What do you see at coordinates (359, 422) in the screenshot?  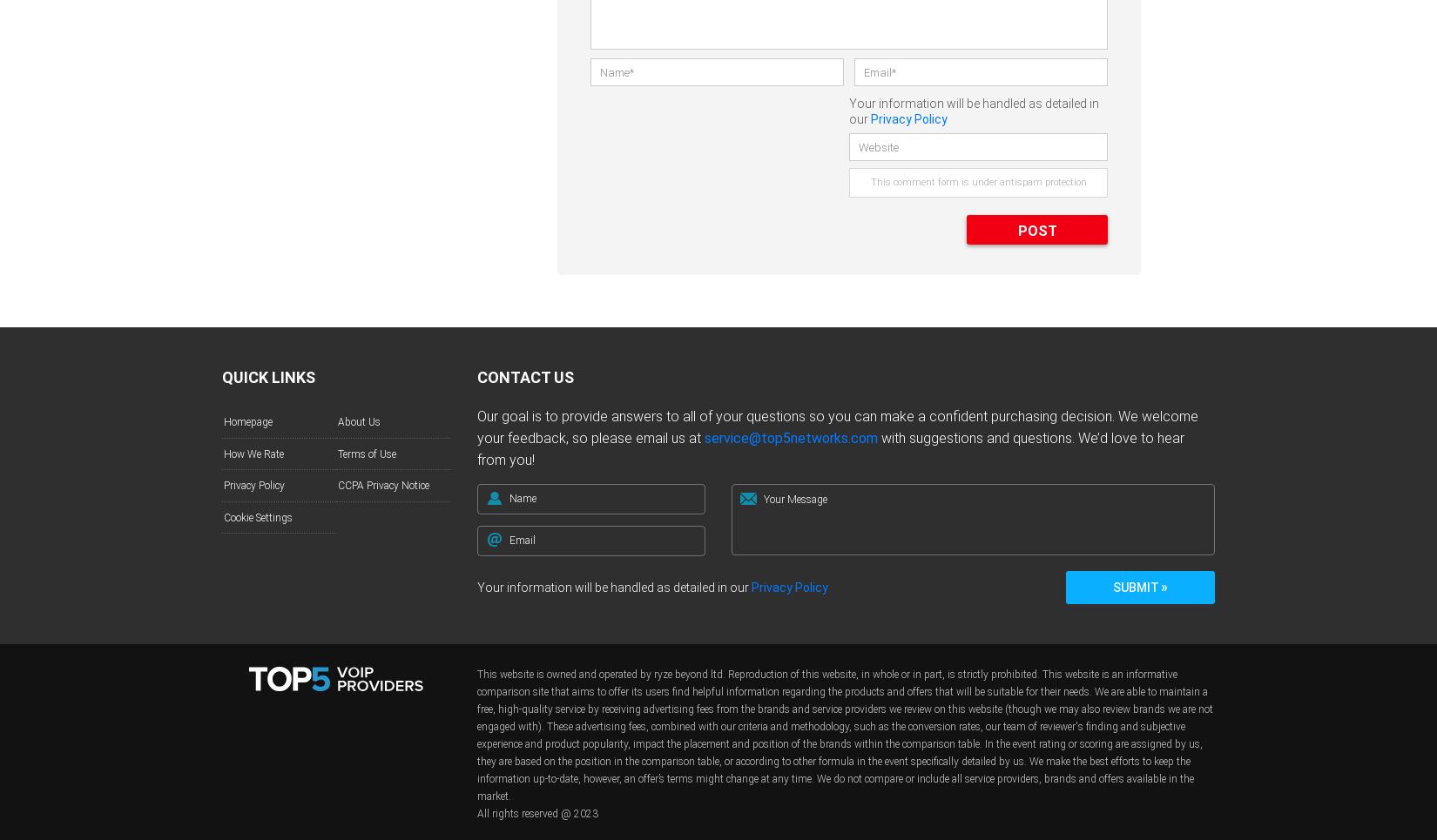 I see `'About Us'` at bounding box center [359, 422].